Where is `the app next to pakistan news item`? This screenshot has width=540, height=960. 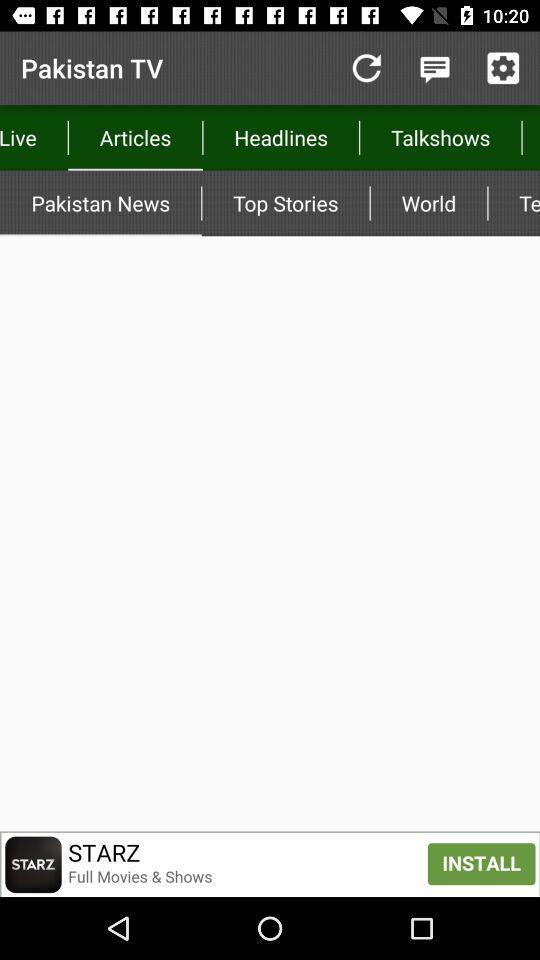
the app next to pakistan news item is located at coordinates (284, 203).